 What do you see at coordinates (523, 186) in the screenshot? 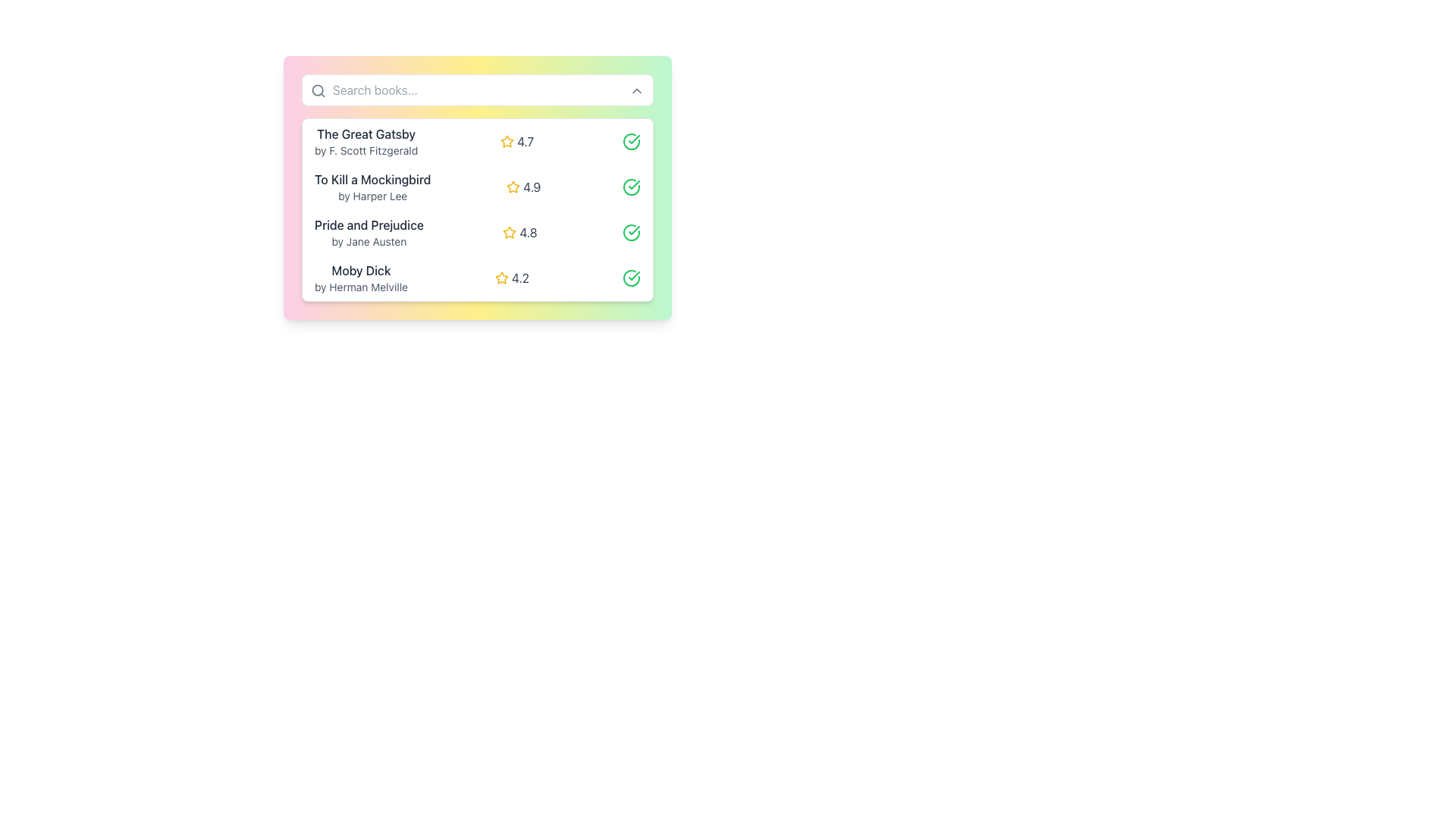
I see `the rating display component showing a score of 4.9 for 'To Kill a Mockingbird'` at bounding box center [523, 186].